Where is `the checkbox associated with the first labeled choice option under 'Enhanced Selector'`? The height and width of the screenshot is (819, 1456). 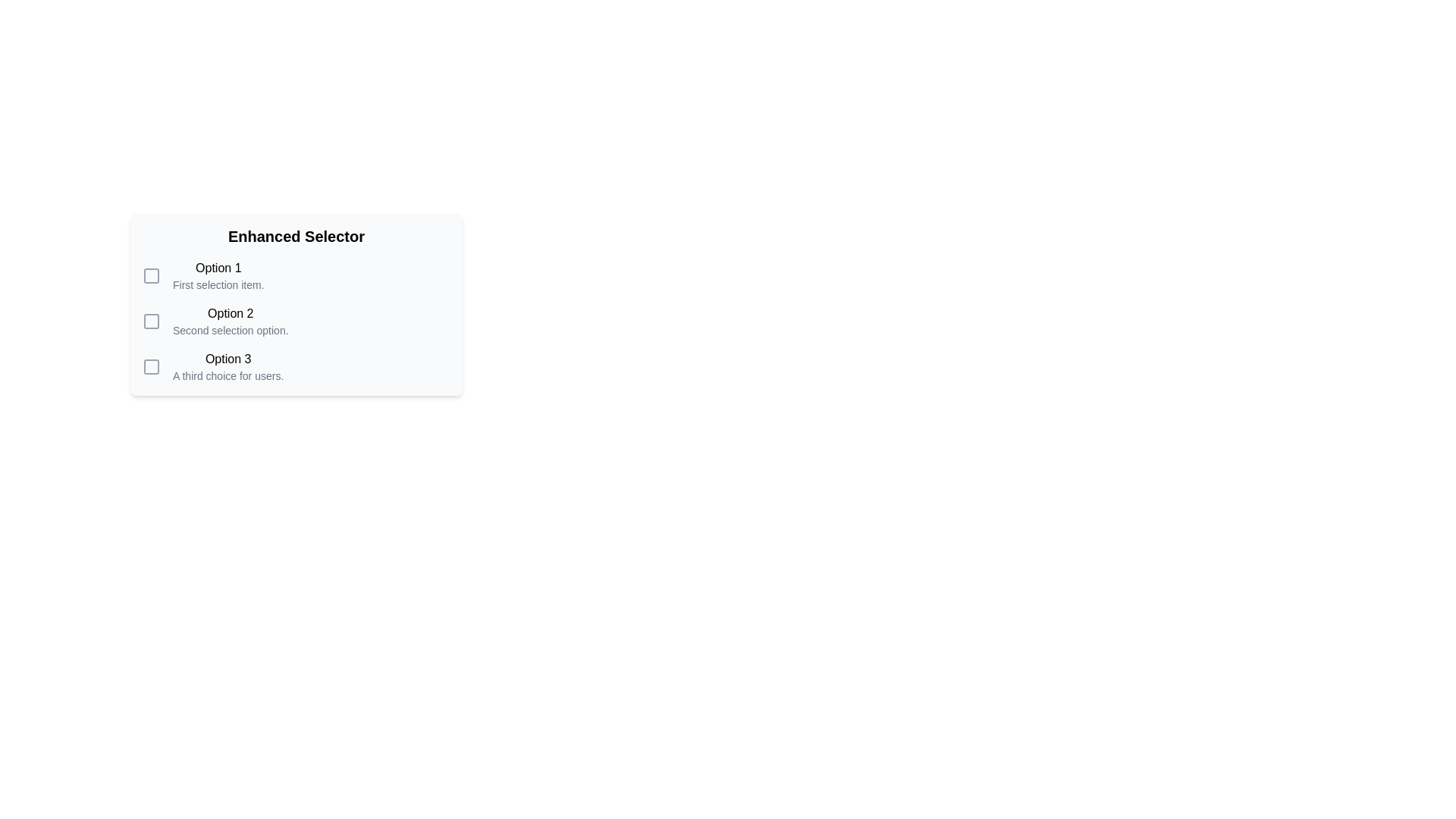 the checkbox associated with the first labeled choice option under 'Enhanced Selector' is located at coordinates (218, 275).